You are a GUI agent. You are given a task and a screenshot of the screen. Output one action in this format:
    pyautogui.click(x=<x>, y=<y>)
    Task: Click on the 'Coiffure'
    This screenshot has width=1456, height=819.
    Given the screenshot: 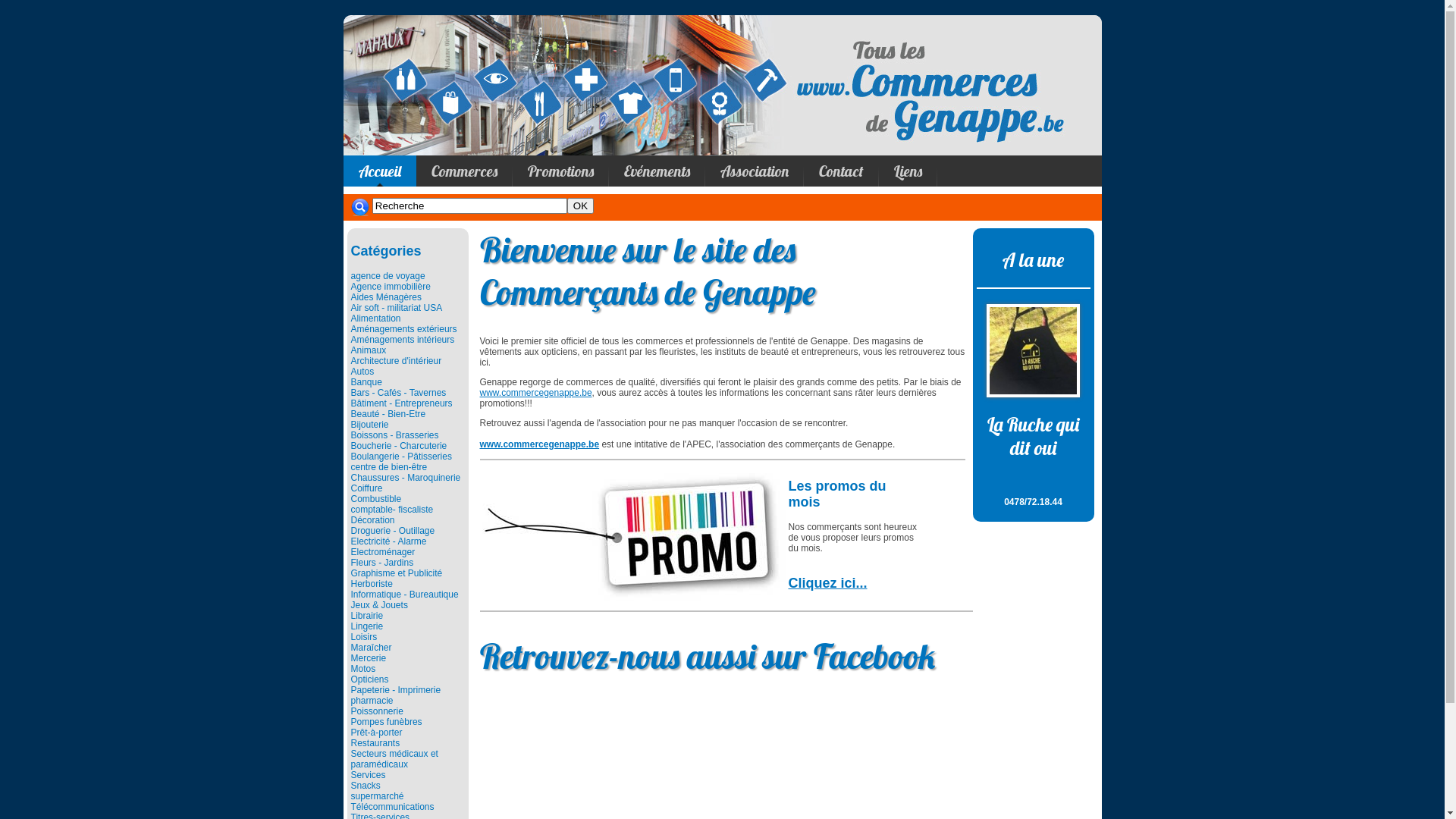 What is the action you would take?
    pyautogui.click(x=366, y=488)
    